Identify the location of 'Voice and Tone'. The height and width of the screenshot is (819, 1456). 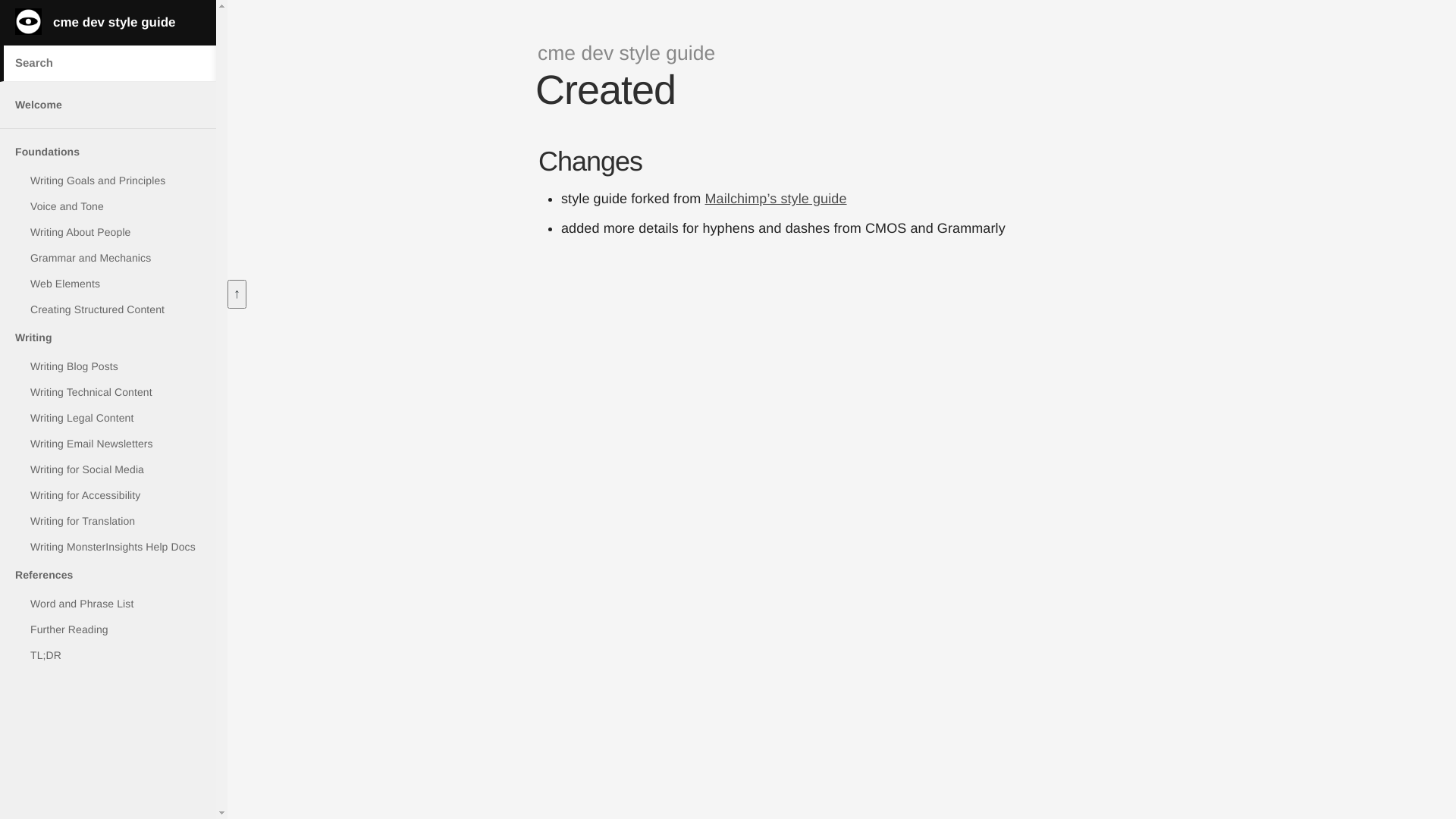
(107, 206).